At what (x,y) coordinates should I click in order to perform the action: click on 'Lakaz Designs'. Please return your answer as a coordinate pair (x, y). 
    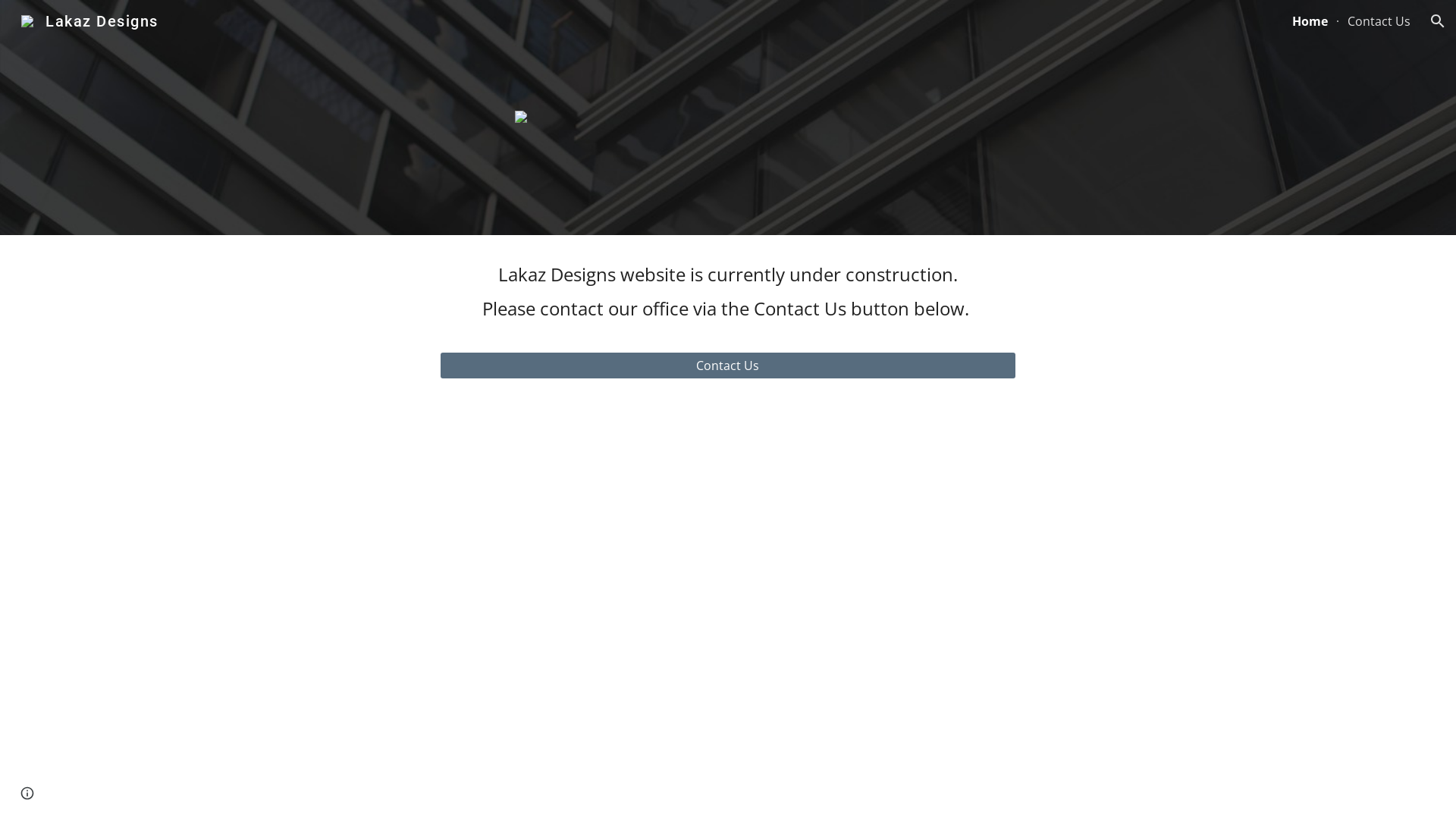
    Looking at the image, I should click on (89, 20).